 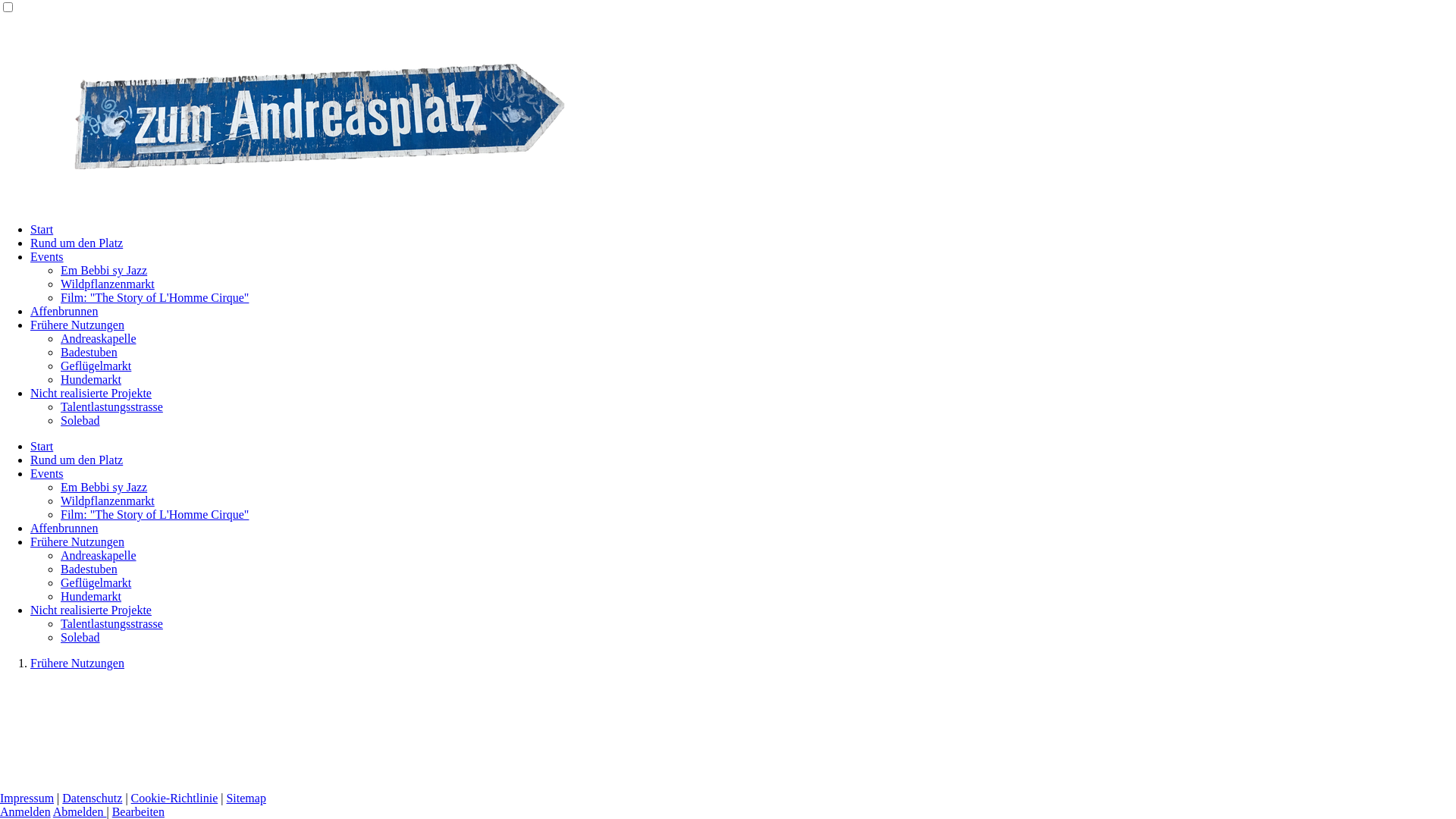 I want to click on 'Datenschutz', so click(x=91, y=797).